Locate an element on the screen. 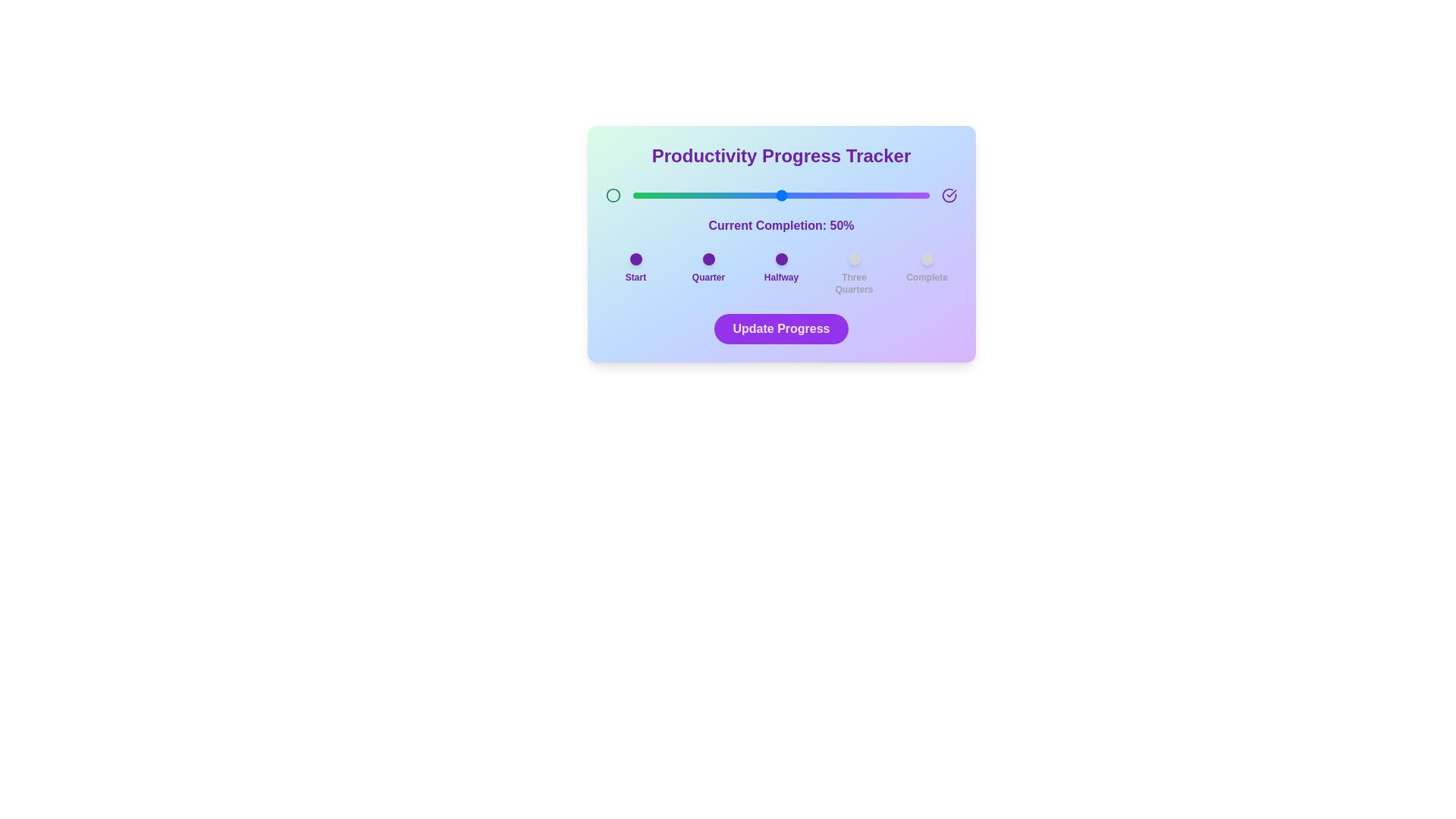  the decorative milestone indicator for 'Quarter' is located at coordinates (708, 259).